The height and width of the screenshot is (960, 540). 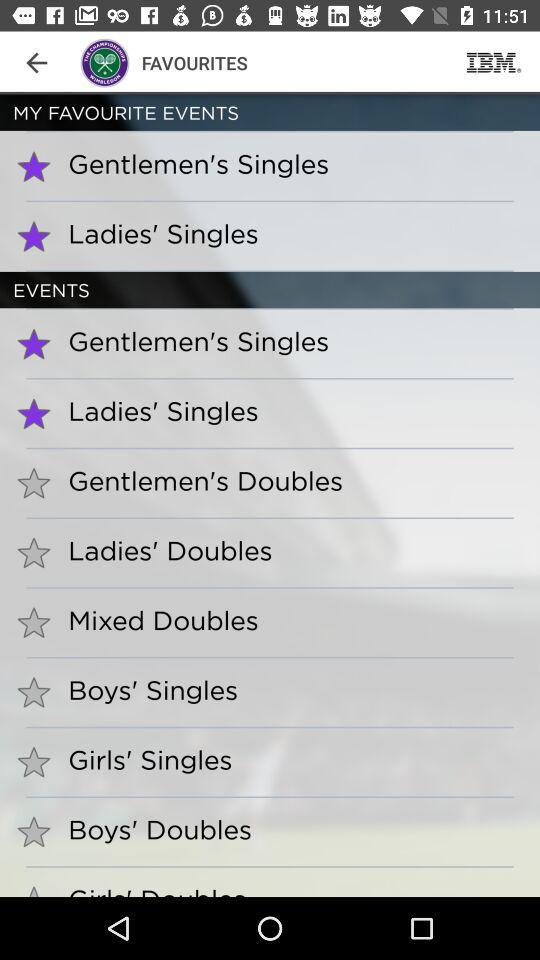 I want to click on the my favourite events, so click(x=270, y=112).